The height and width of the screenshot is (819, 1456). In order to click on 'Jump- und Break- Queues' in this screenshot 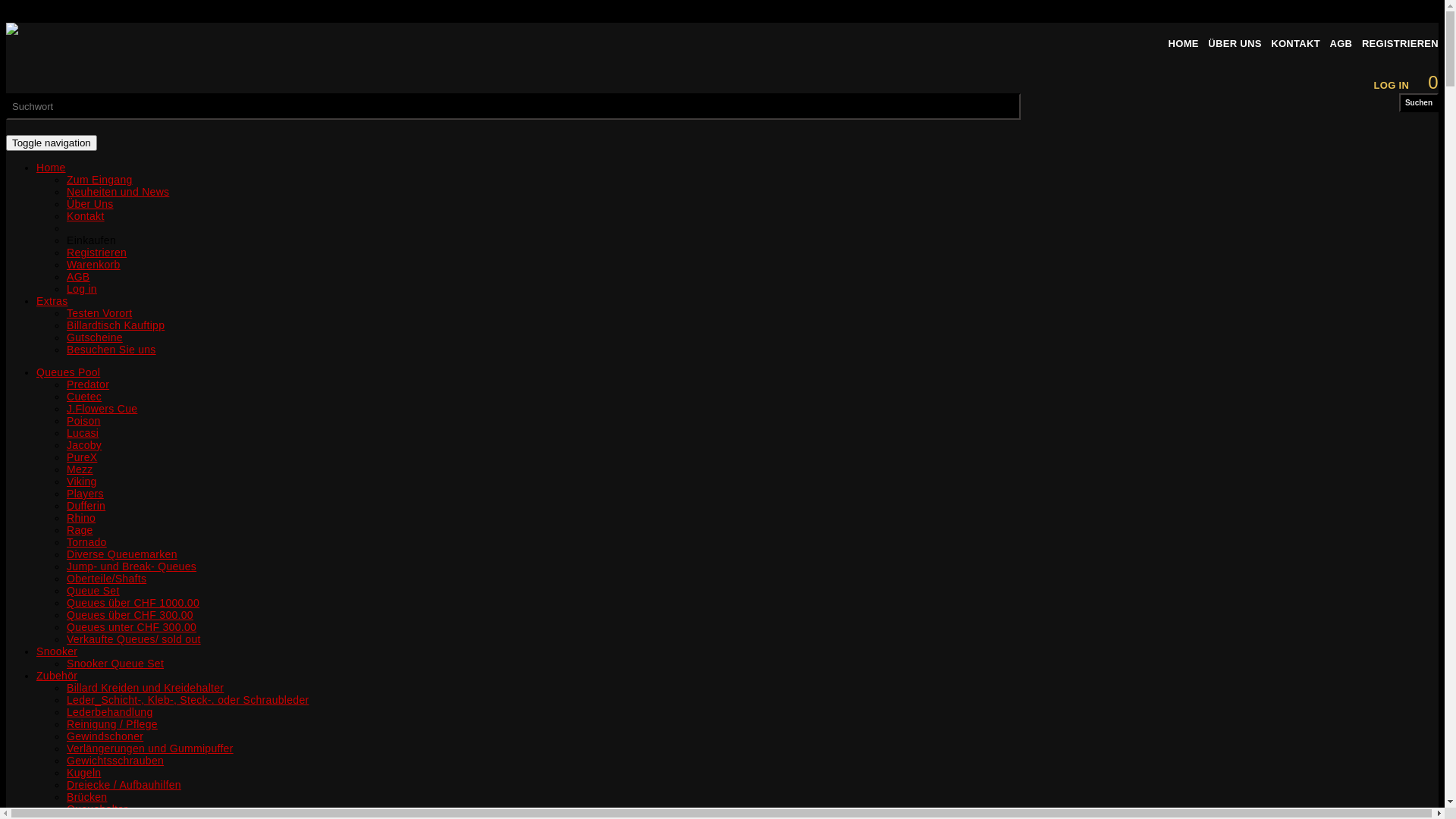, I will do `click(65, 566)`.